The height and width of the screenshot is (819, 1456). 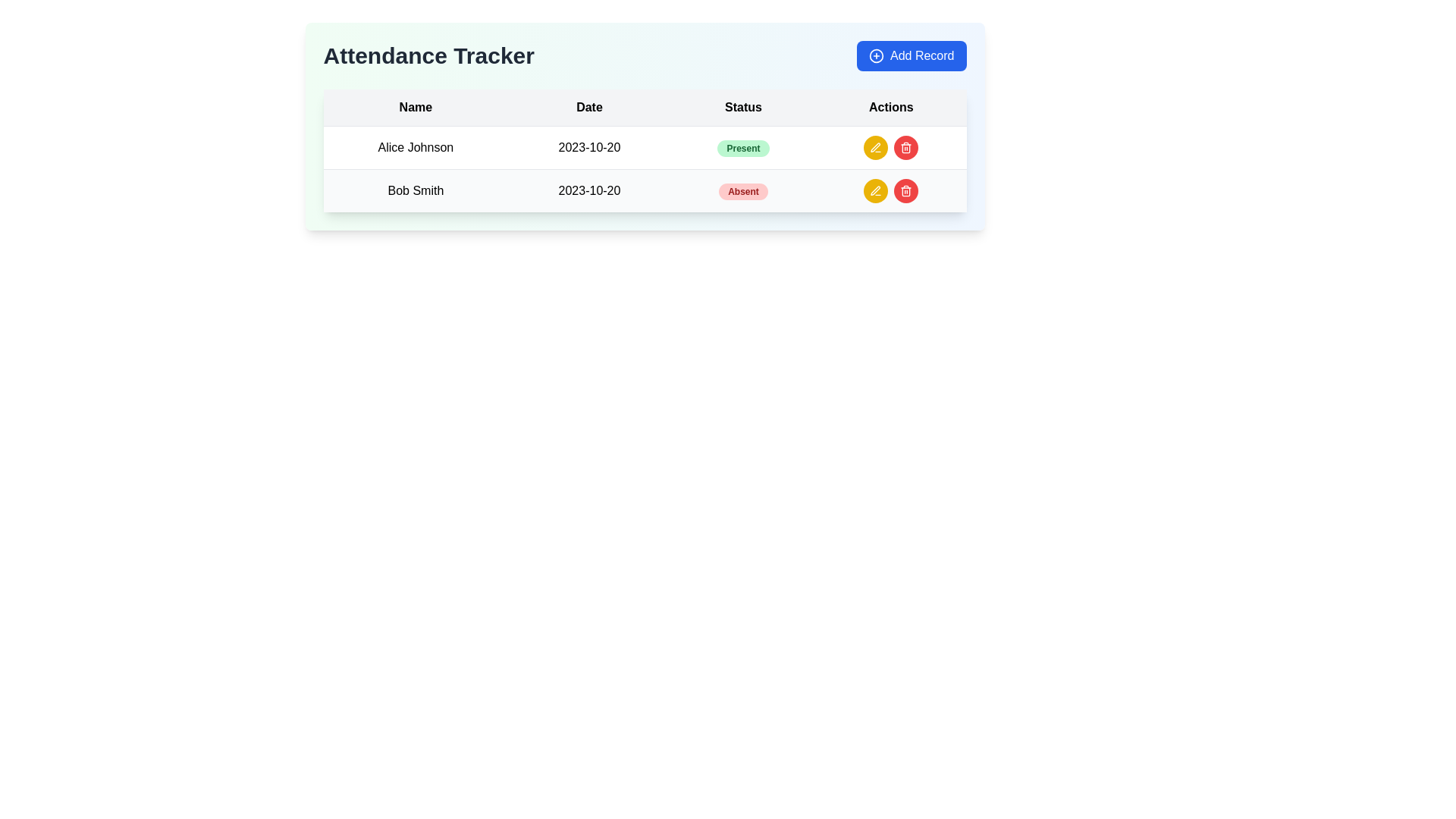 What do you see at coordinates (876, 190) in the screenshot?
I see `the pencil icon button in the Actions column of the second row of the Attendance Tracker table` at bounding box center [876, 190].